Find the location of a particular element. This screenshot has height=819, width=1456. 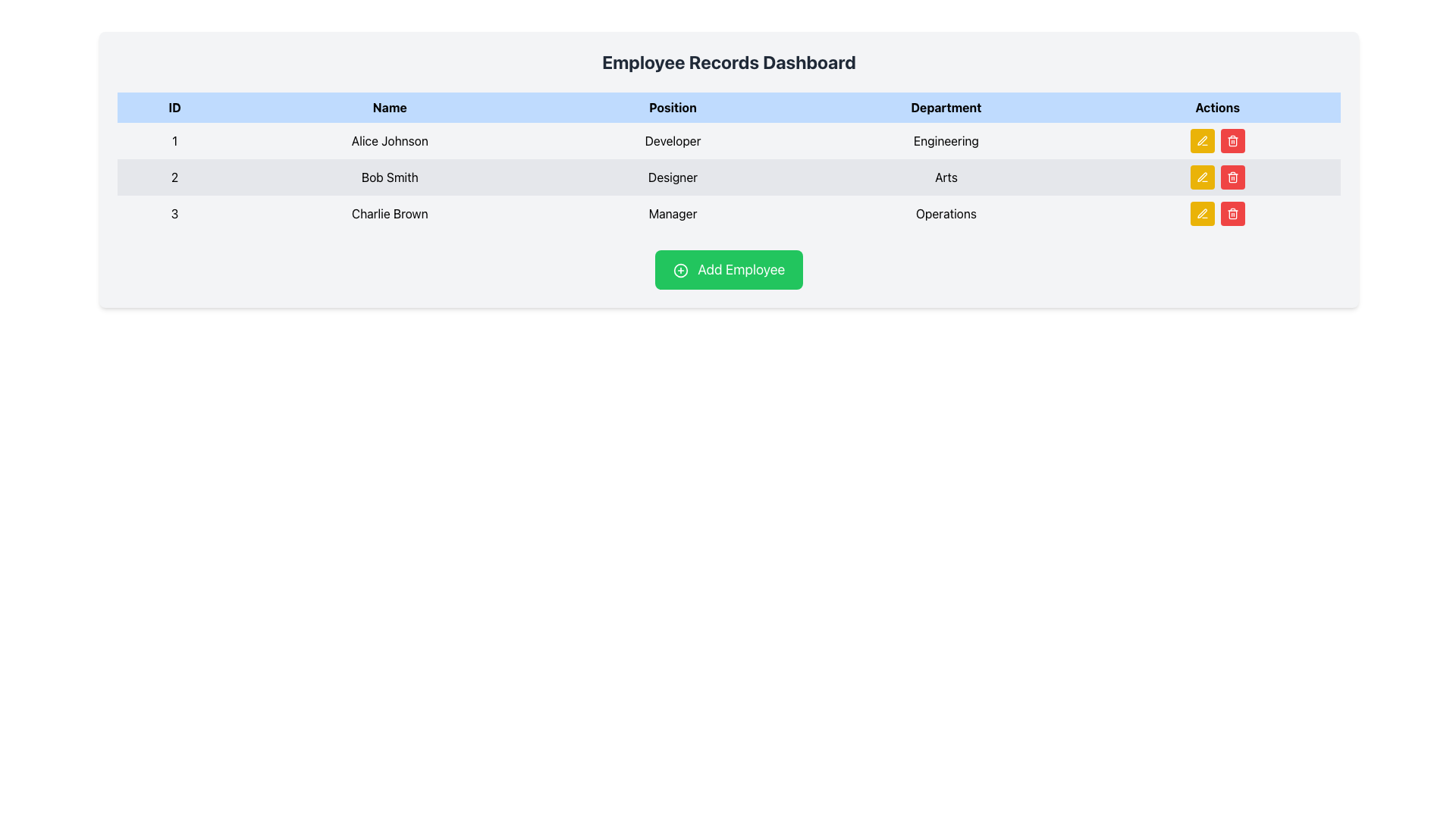

the edit icon button located in the second row under the 'Actions' column of the table is located at coordinates (1201, 176).